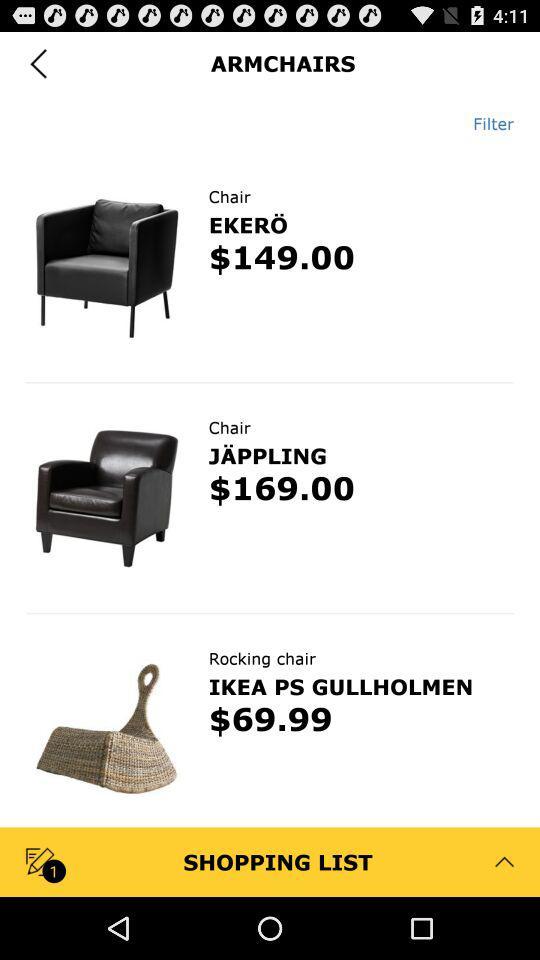 Image resolution: width=540 pixels, height=960 pixels. I want to click on the item above $149.00 app, so click(248, 224).